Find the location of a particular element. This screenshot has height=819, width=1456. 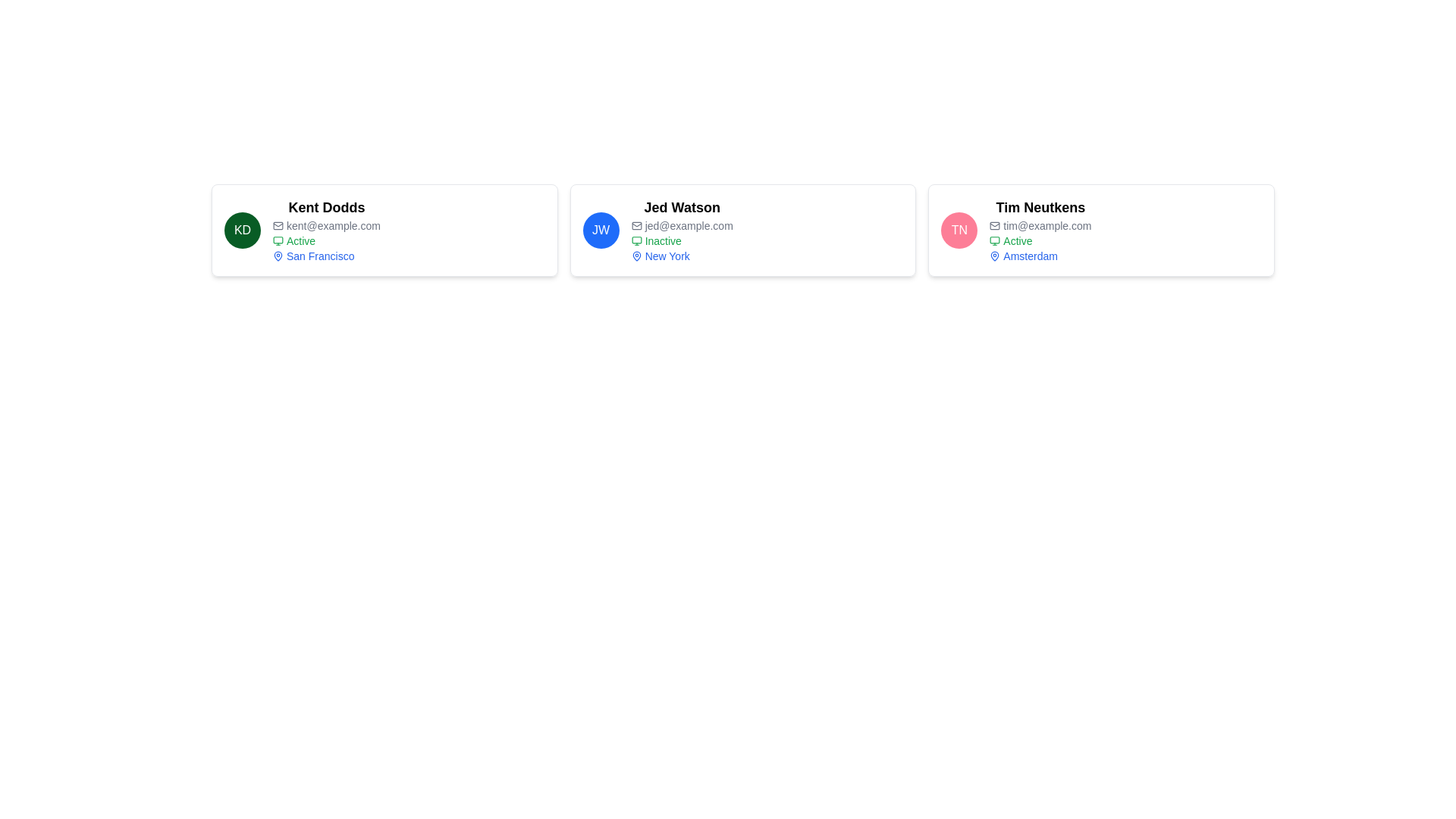

the green monitor icon in the 'Active' status indicator located before the text 'Active' in the profile card of Kent Dodds is located at coordinates (278, 240).